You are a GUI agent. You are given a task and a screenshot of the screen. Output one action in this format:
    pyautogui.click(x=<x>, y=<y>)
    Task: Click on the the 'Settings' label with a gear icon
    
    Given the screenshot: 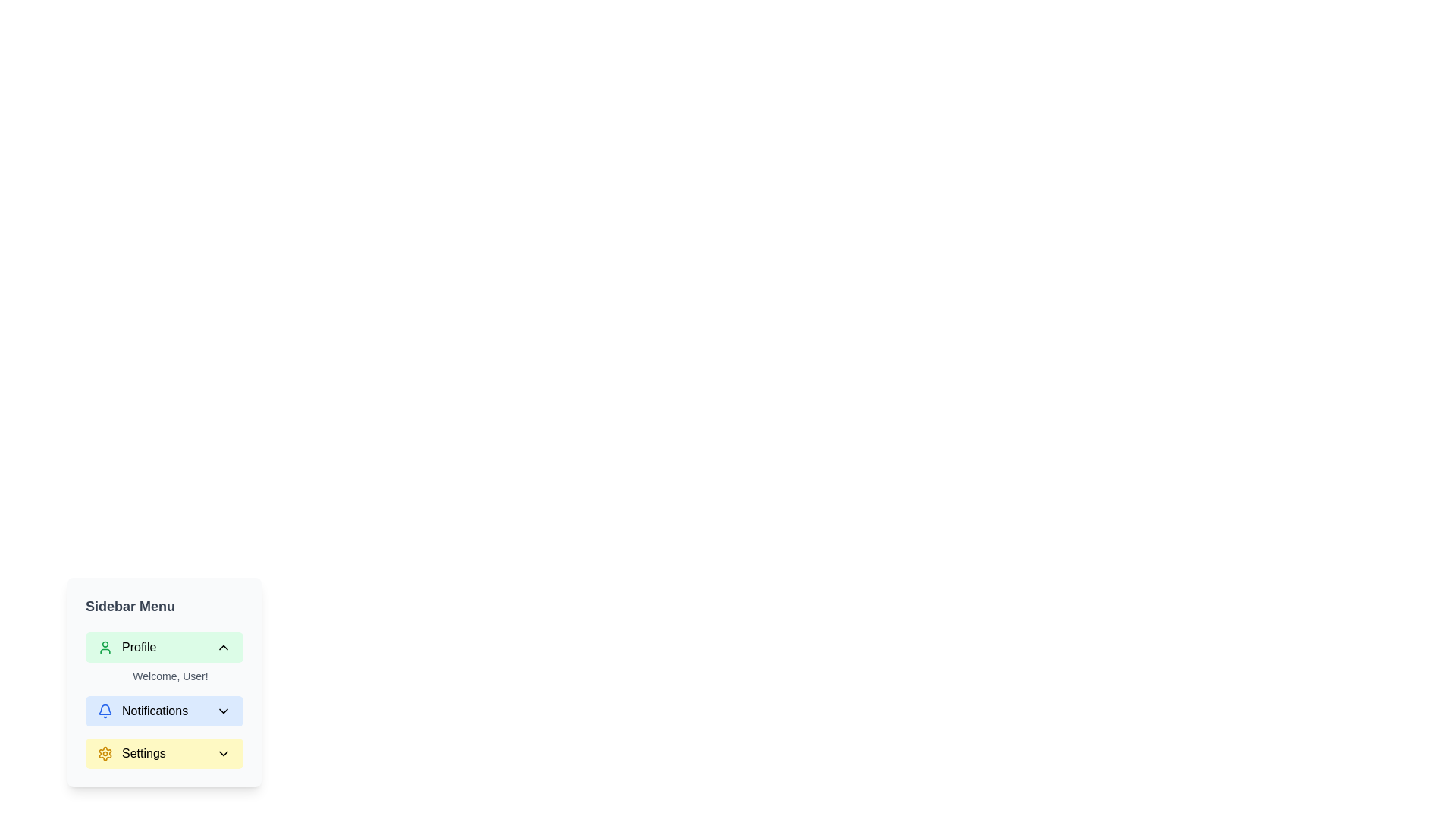 What is the action you would take?
    pyautogui.click(x=131, y=754)
    